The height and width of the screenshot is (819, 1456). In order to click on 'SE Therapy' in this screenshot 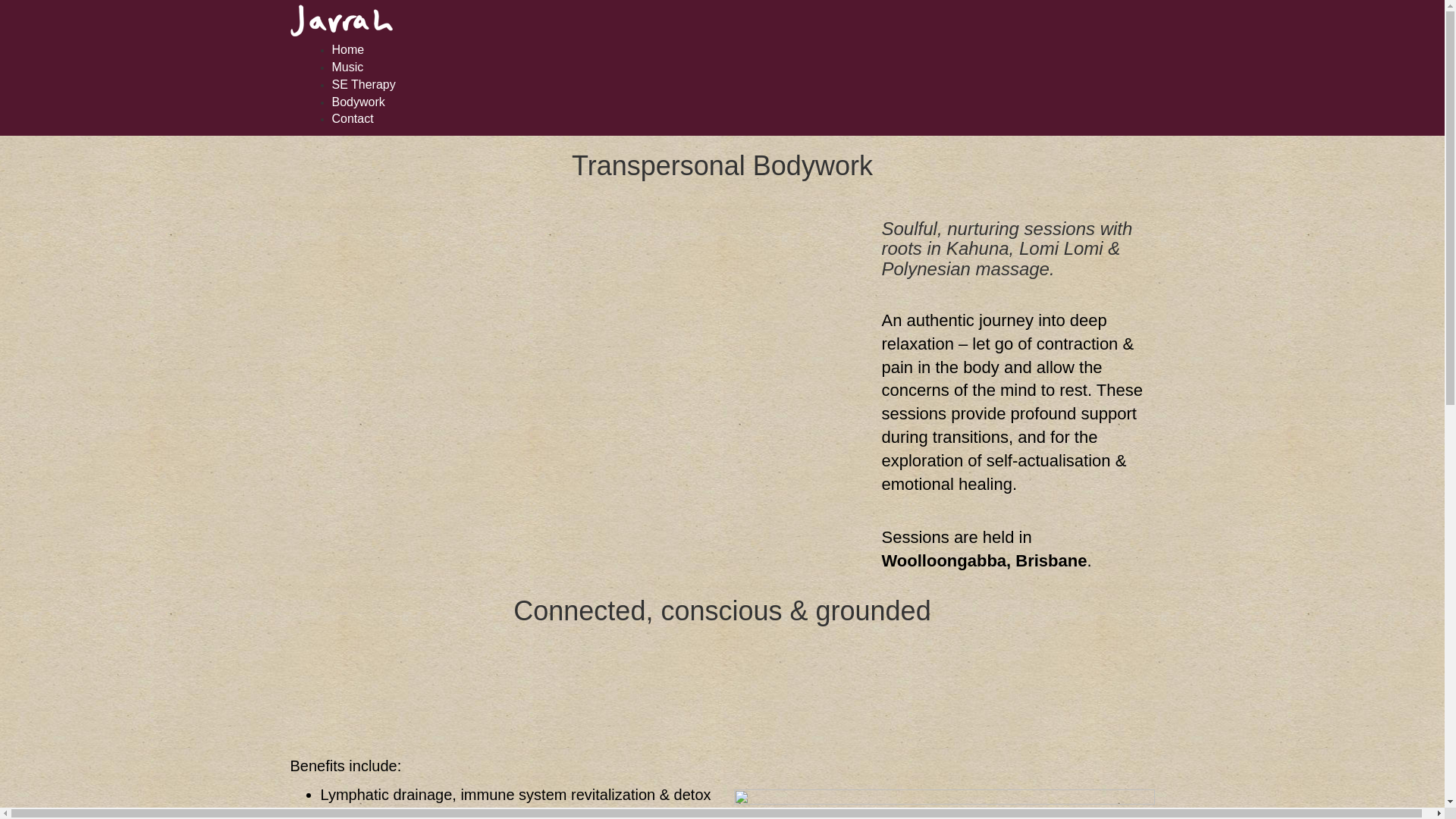, I will do `click(364, 84)`.